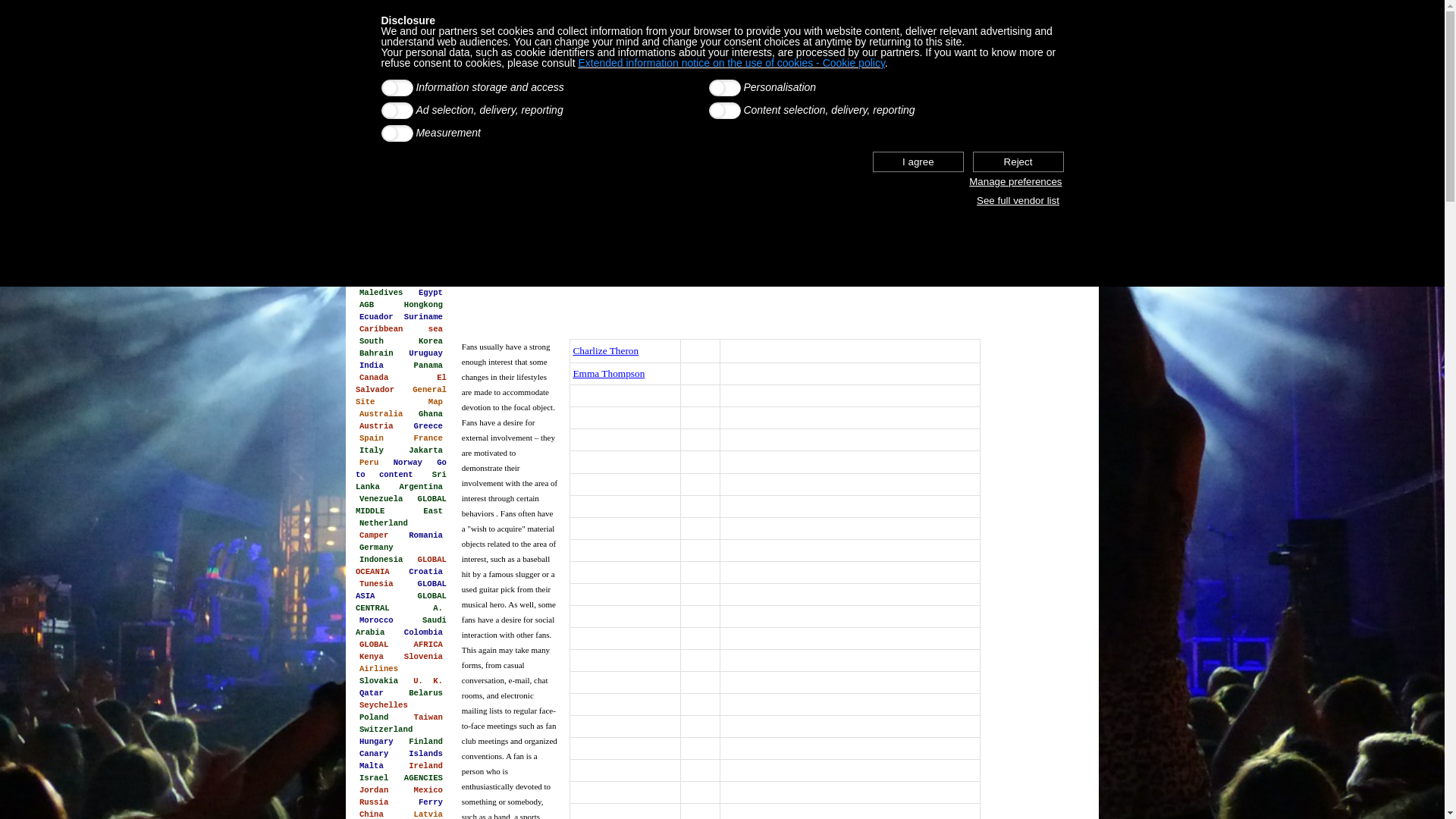 Image resolution: width=1456 pixels, height=819 pixels. Describe the element at coordinates (381, 292) in the screenshot. I see `'Maledives'` at that location.